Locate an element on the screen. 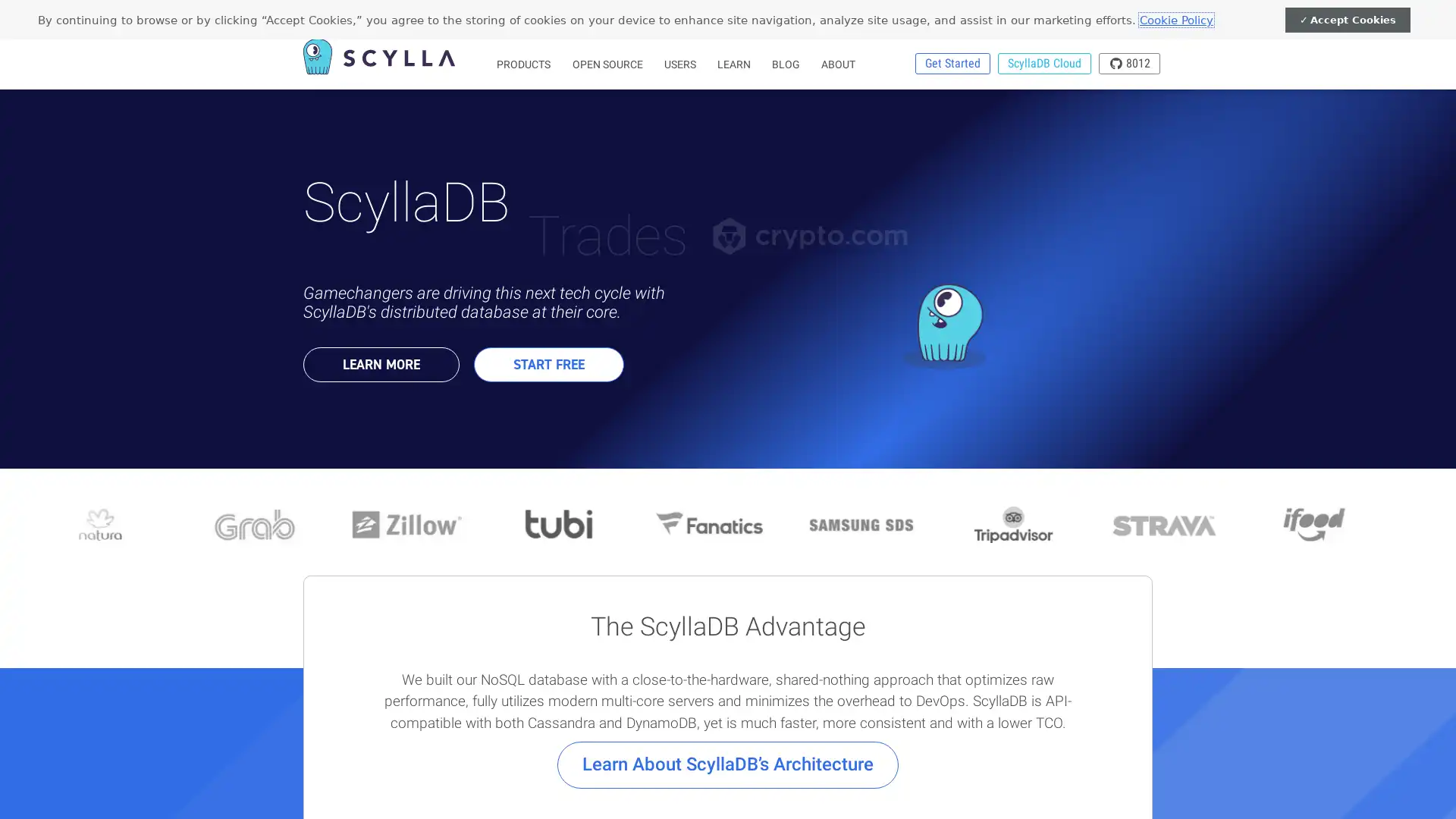  Learn About ScyllaDBs Architecture is located at coordinates (728, 765).